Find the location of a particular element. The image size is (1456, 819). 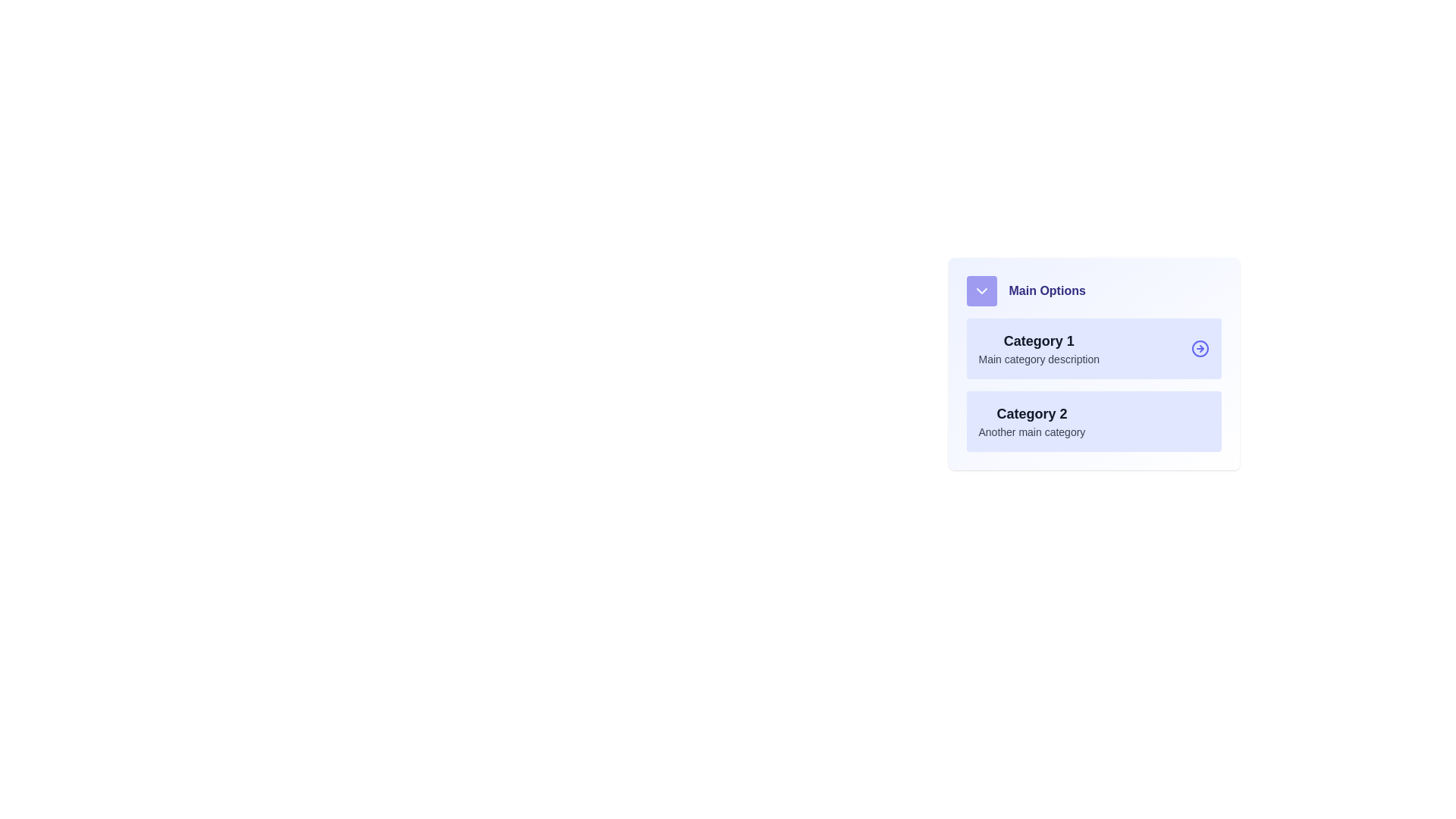

the Interactive card representing 'Category 1', which is the first entry in a vertical list of selectable category items is located at coordinates (1094, 348).